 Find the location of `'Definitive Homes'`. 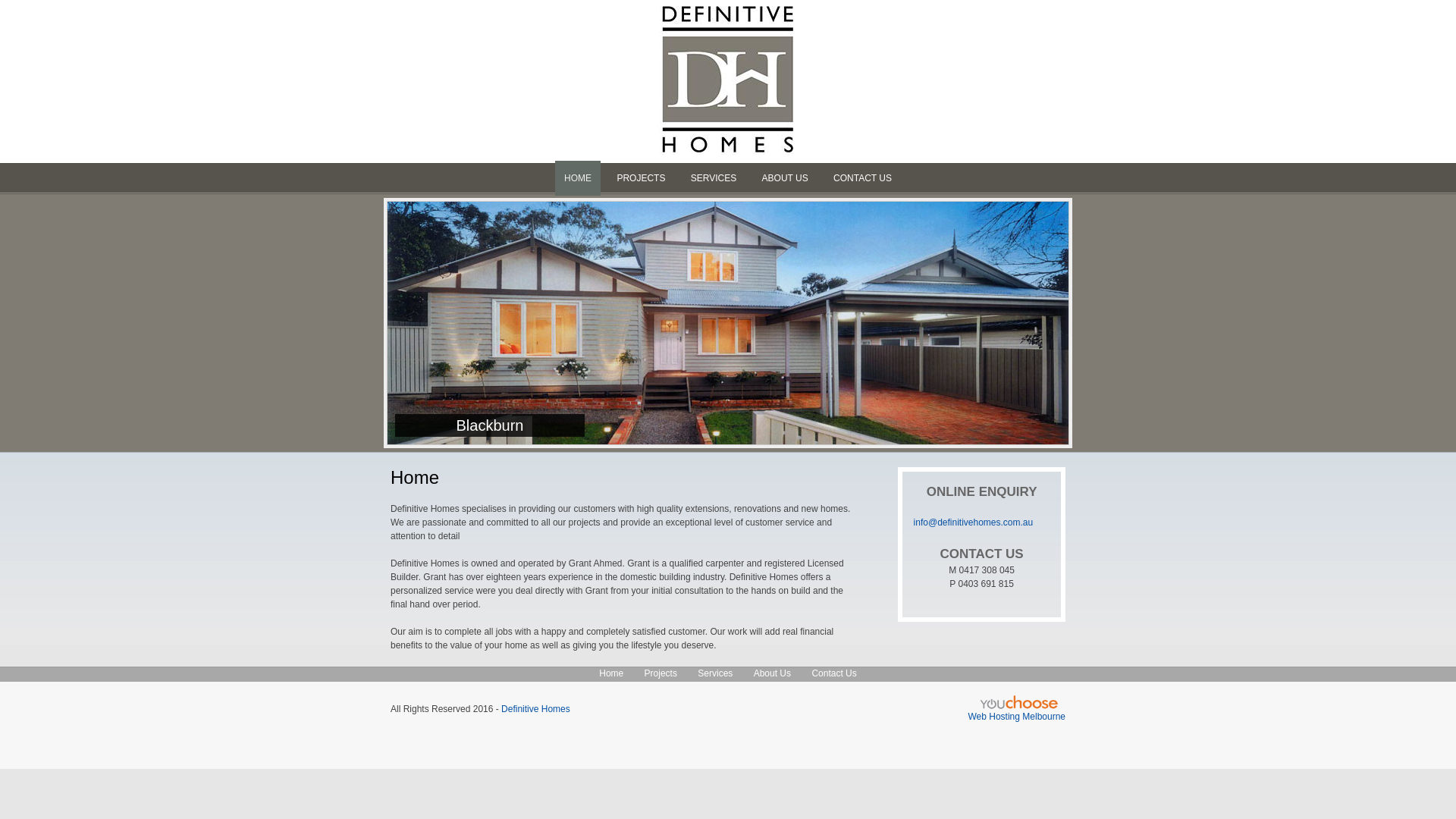

'Definitive Homes' is located at coordinates (535, 708).